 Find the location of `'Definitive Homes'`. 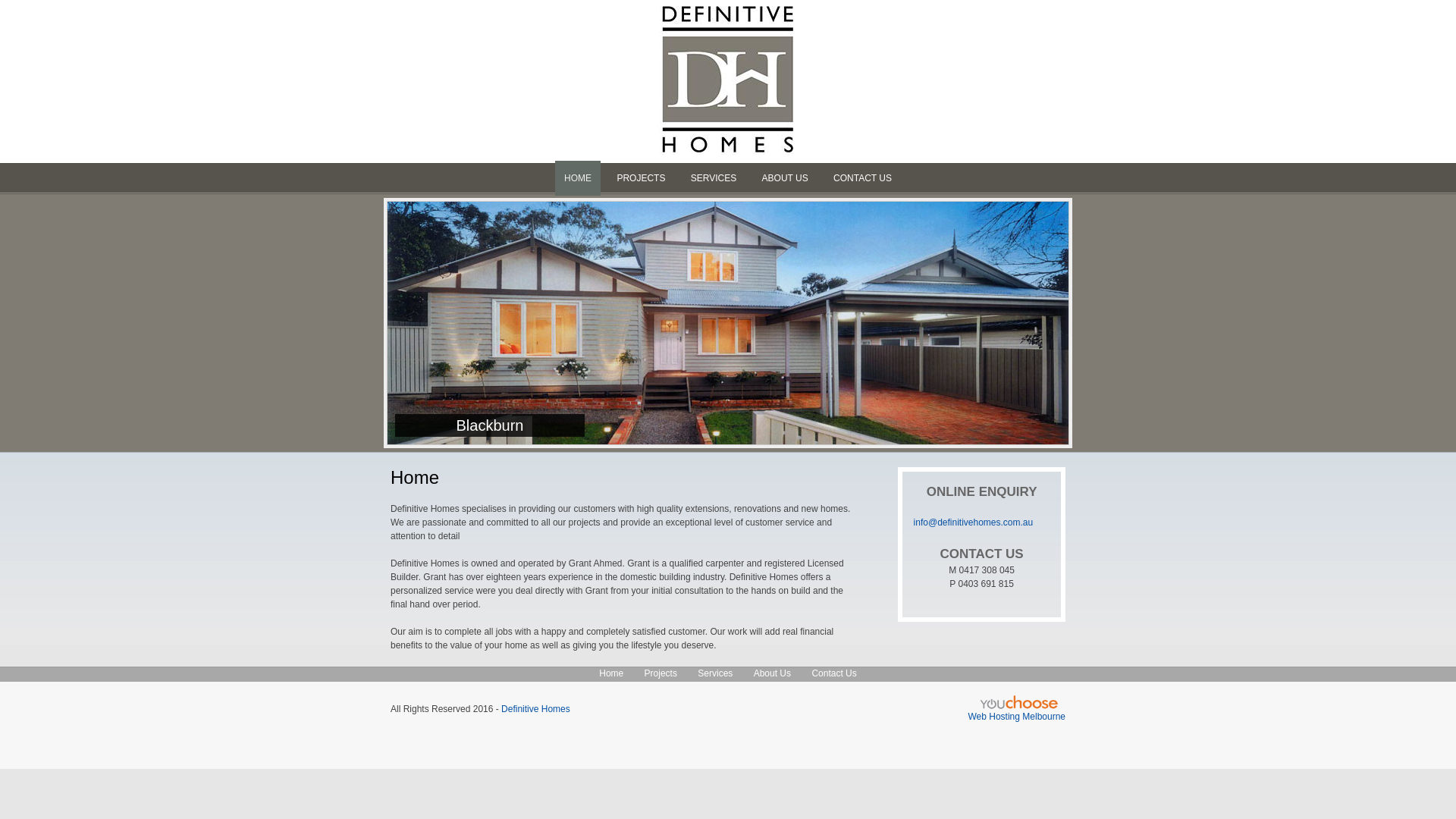

'Definitive Homes' is located at coordinates (535, 708).